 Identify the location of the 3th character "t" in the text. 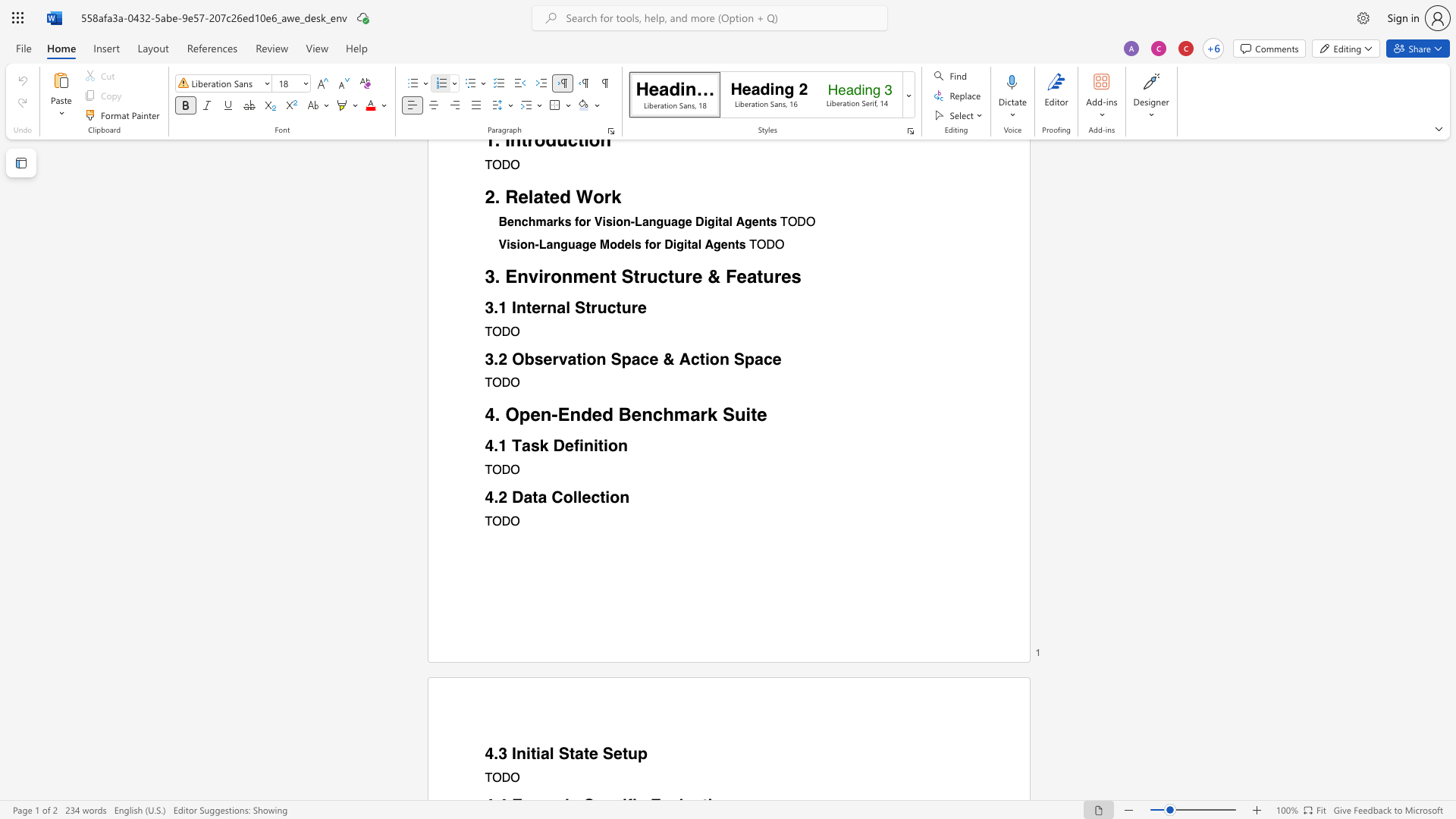
(585, 754).